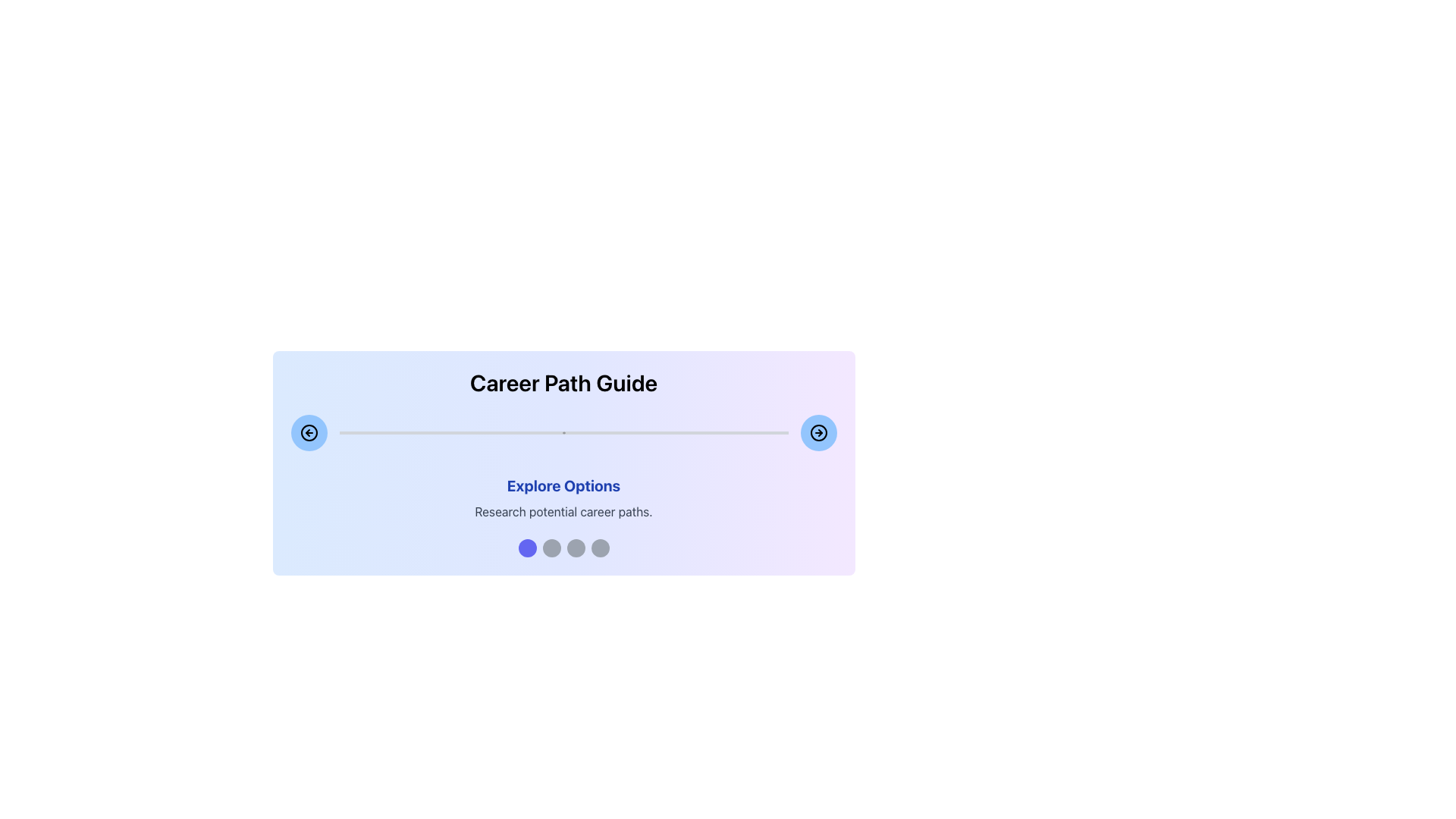 Image resolution: width=1456 pixels, height=819 pixels. What do you see at coordinates (599, 548) in the screenshot?
I see `the small circular gray button, the fourth button in the horizontal layout below the 'Explore Options' section` at bounding box center [599, 548].